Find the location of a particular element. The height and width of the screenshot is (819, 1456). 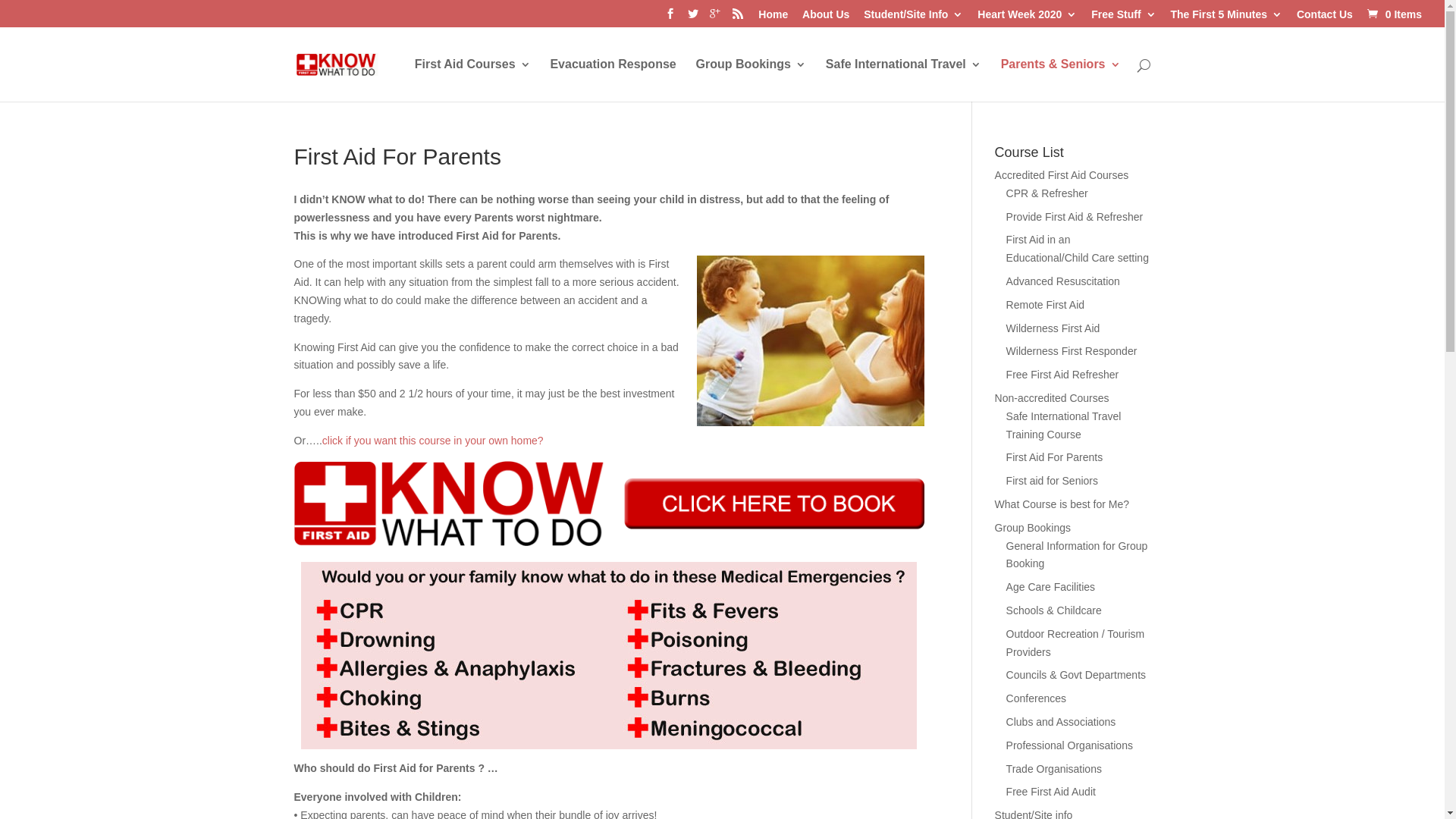

'Conferences' is located at coordinates (1006, 698).